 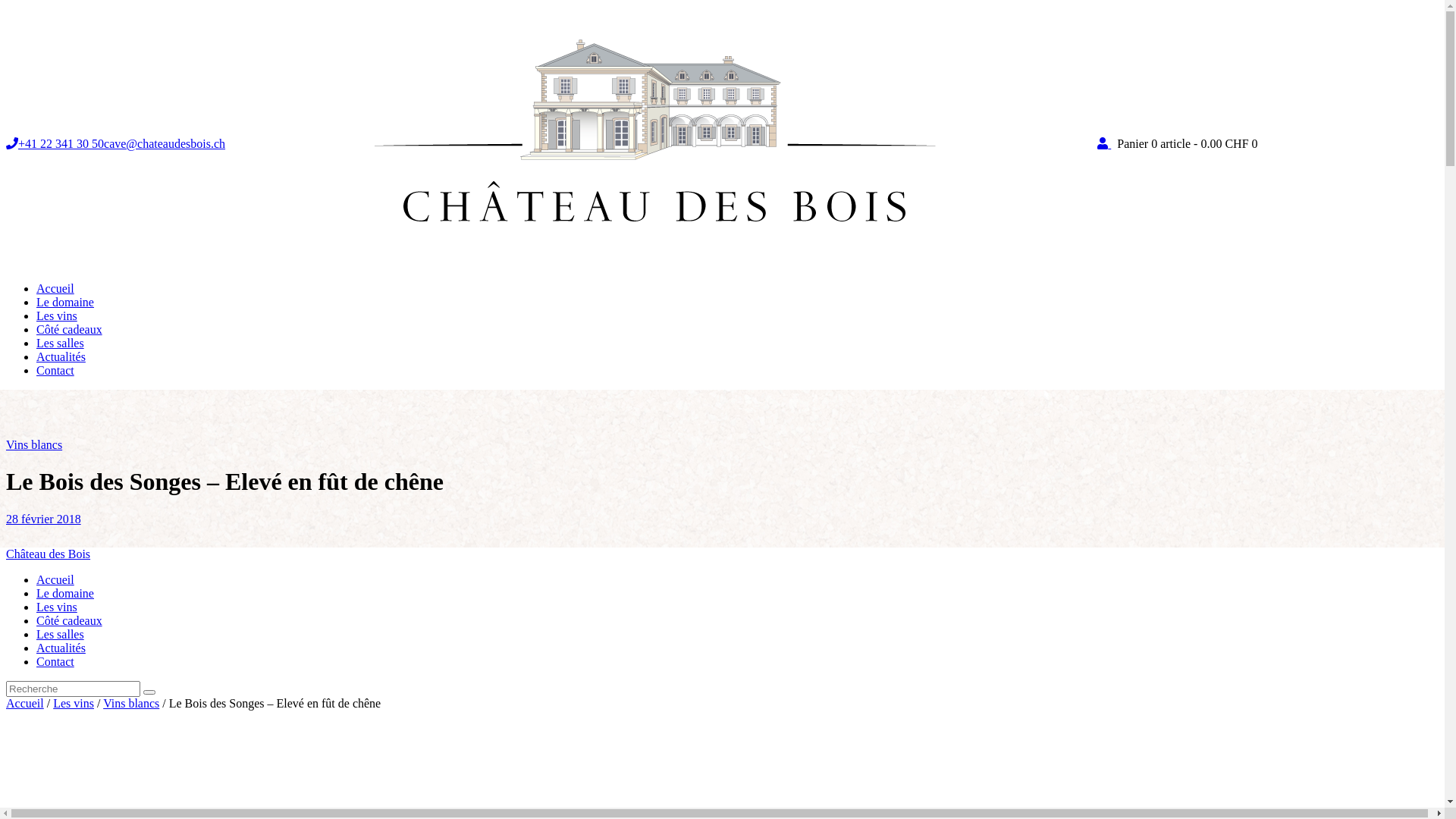 What do you see at coordinates (64, 592) in the screenshot?
I see `'Le domaine'` at bounding box center [64, 592].